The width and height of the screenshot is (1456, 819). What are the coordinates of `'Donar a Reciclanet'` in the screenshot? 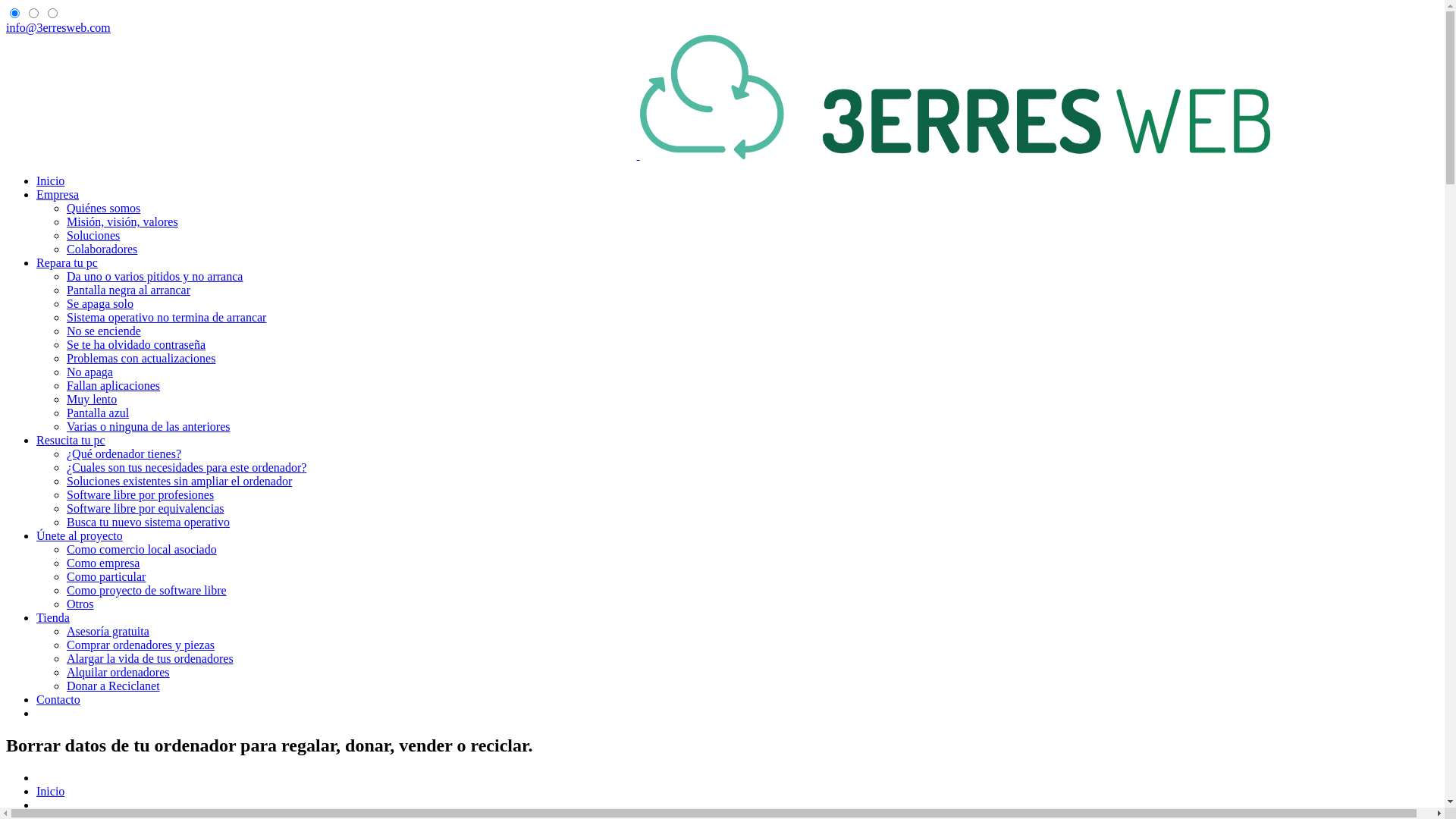 It's located at (112, 686).